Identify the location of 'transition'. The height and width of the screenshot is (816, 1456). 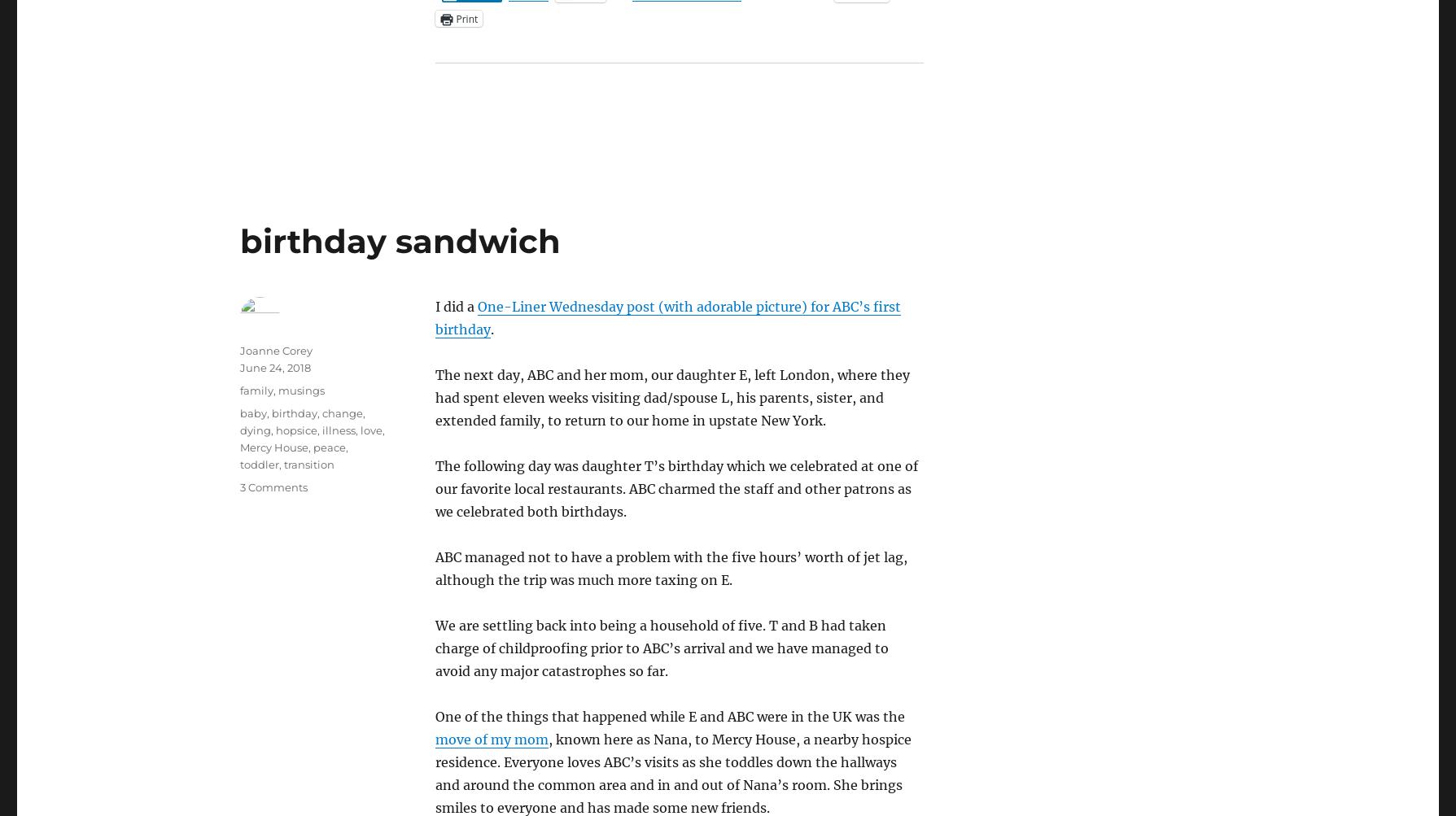
(308, 464).